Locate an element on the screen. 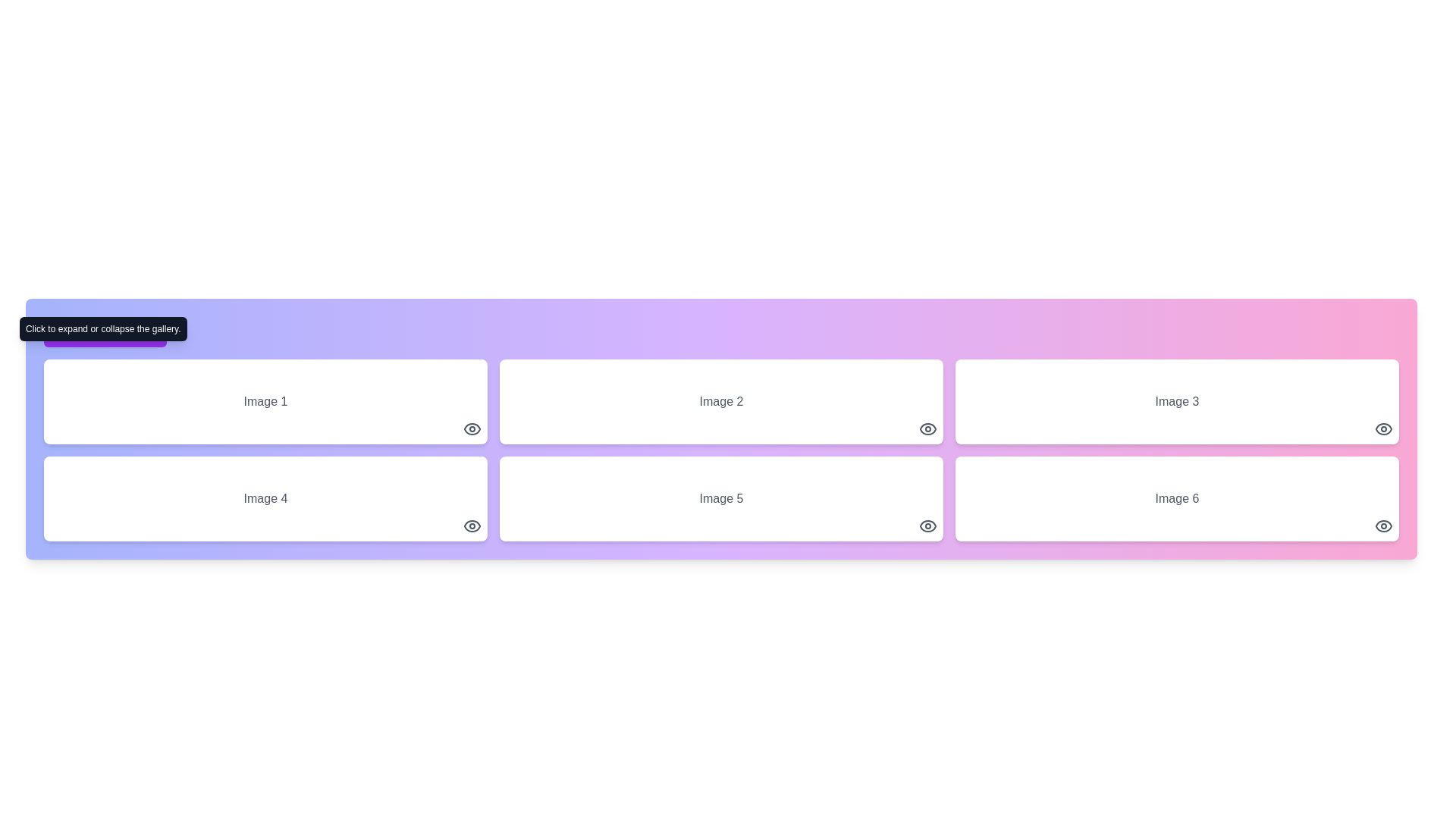 The width and height of the screenshot is (1456, 819). the icon located to the left of the Toggle Gallery button's text, which serves as a visual aid or supplementary indicator for the button's purpose is located at coordinates (62, 331).